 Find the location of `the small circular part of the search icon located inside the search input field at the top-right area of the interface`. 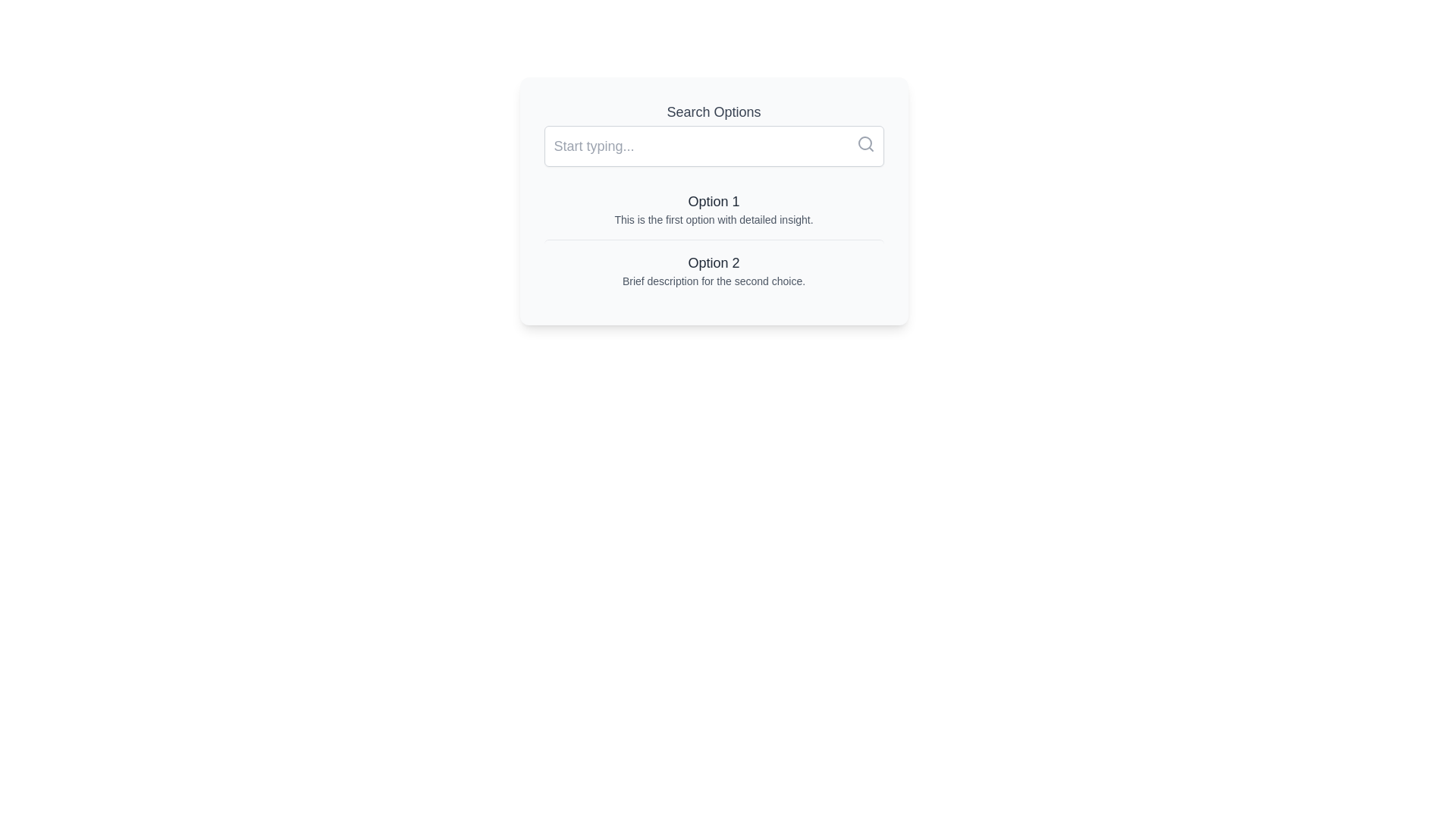

the small circular part of the search icon located inside the search input field at the top-right area of the interface is located at coordinates (864, 143).